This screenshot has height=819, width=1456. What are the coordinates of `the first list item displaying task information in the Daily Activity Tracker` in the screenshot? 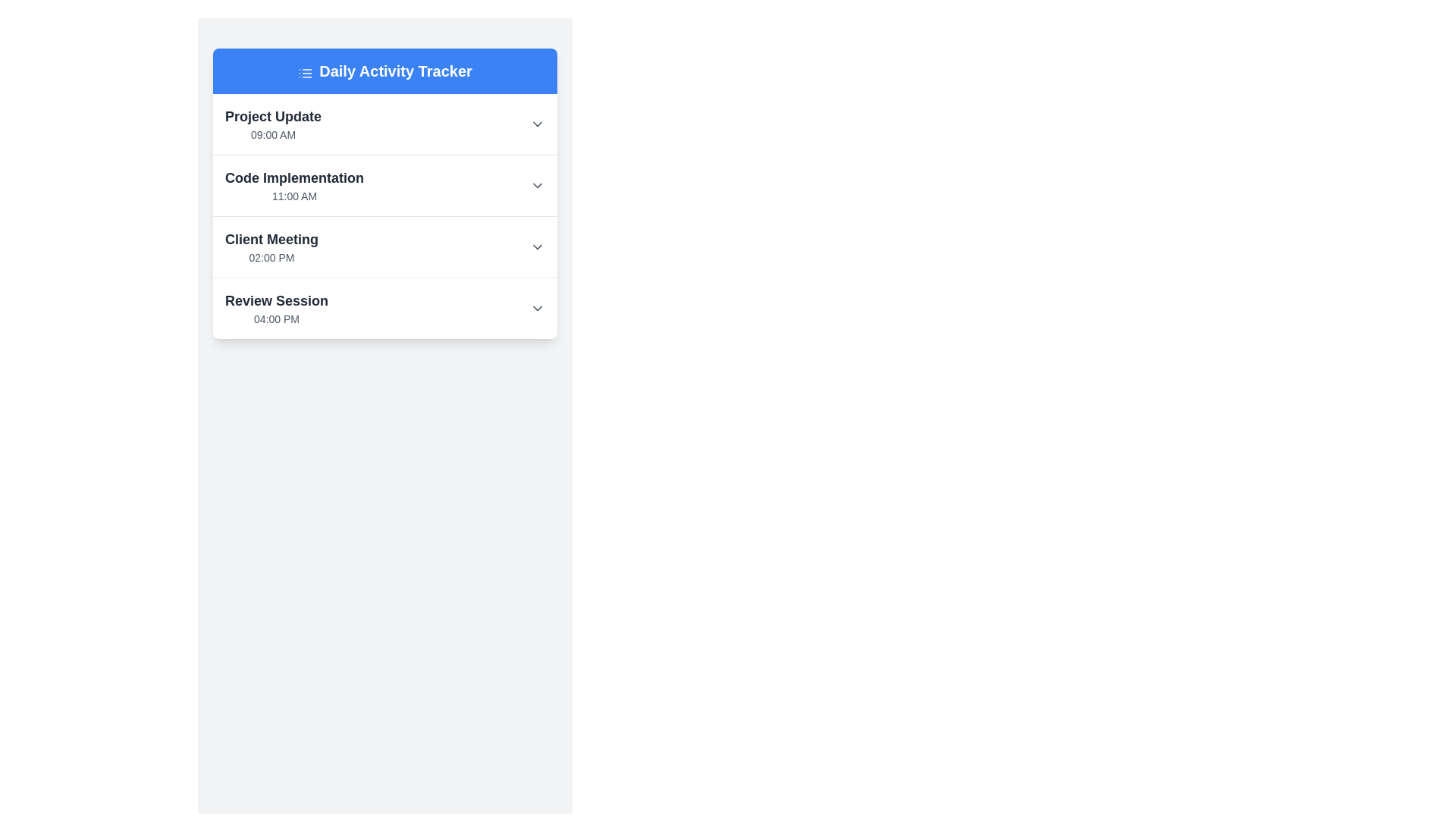 It's located at (385, 124).